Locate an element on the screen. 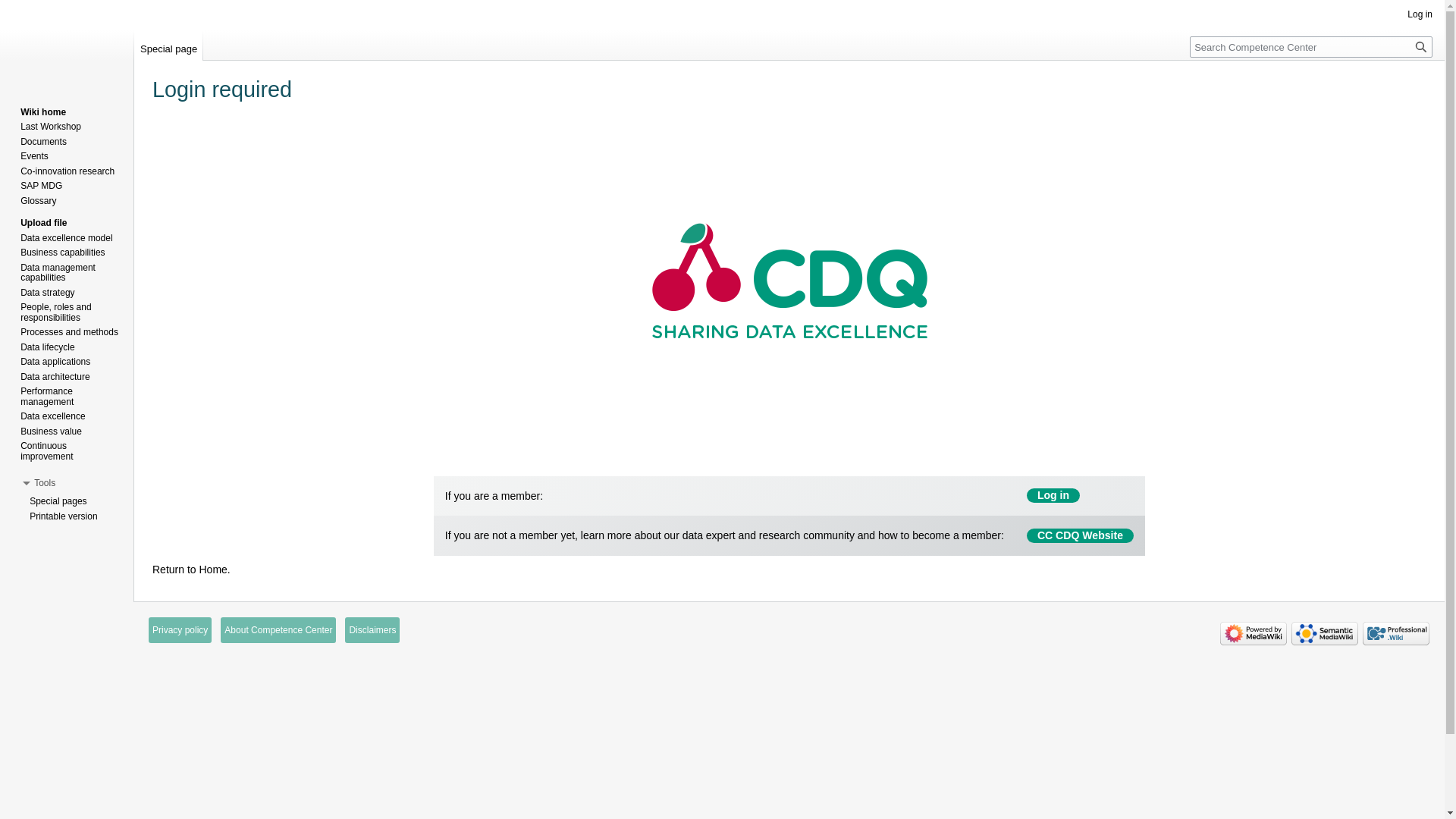  'Disclaimers' is located at coordinates (372, 629).